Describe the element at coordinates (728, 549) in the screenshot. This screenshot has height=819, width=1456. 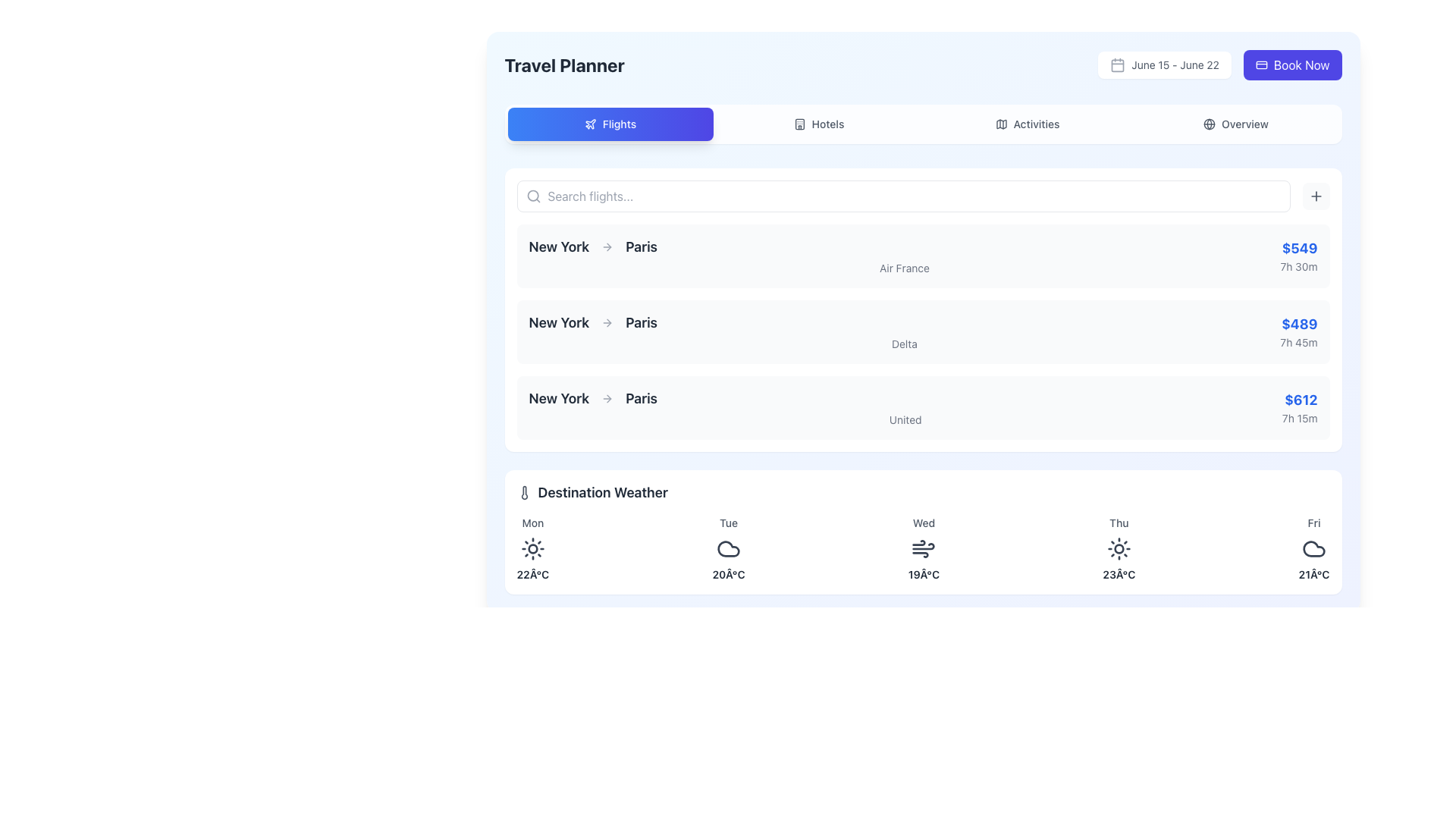
I see `the weather forecast element for 'Tuesday' which displays a temperature of 20°C and a cloud icon, located in the 'Destination Weather' component` at that location.